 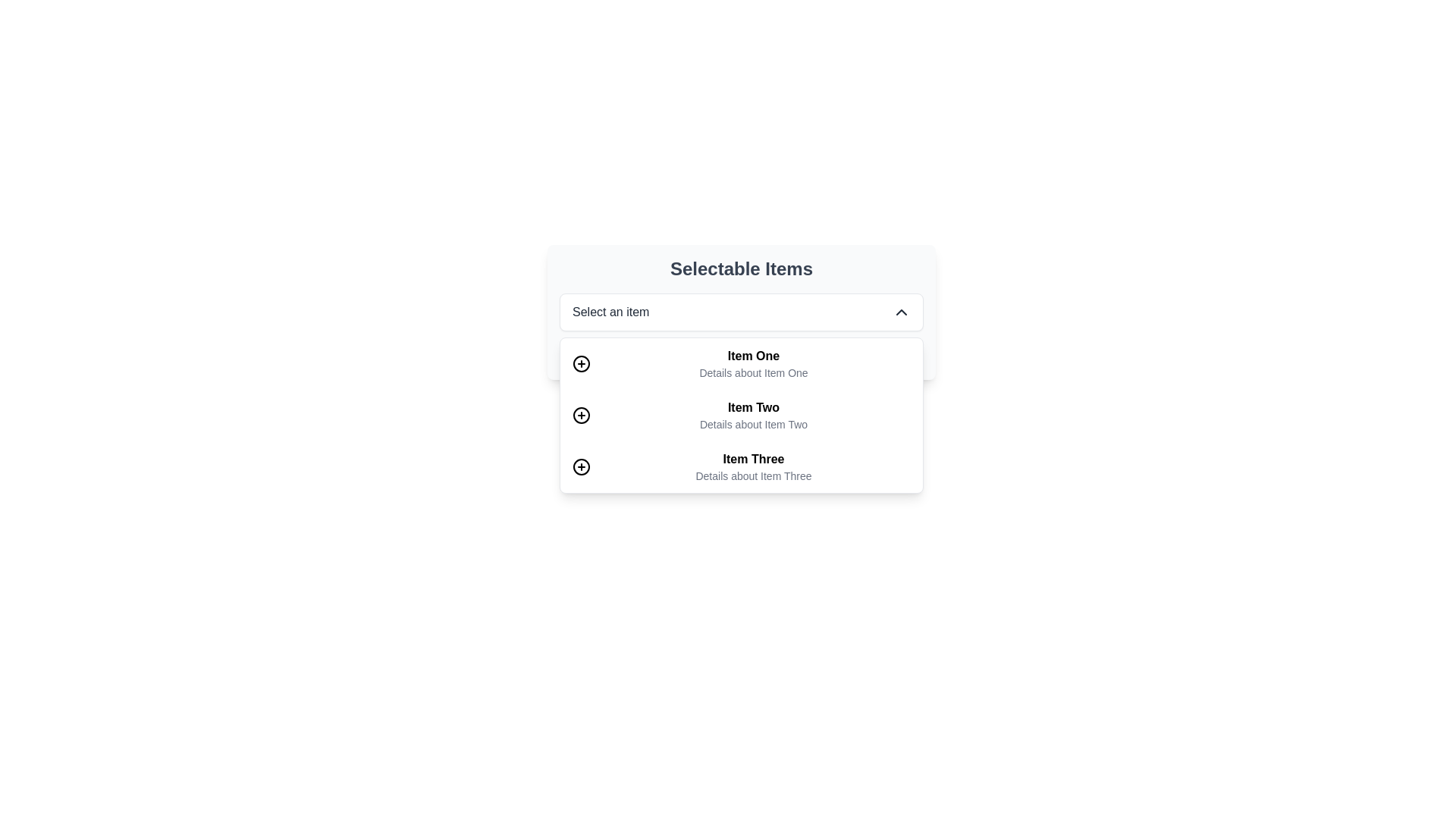 I want to click on the second item in the dropdown menu, labeled 'Item Two', so click(x=742, y=415).